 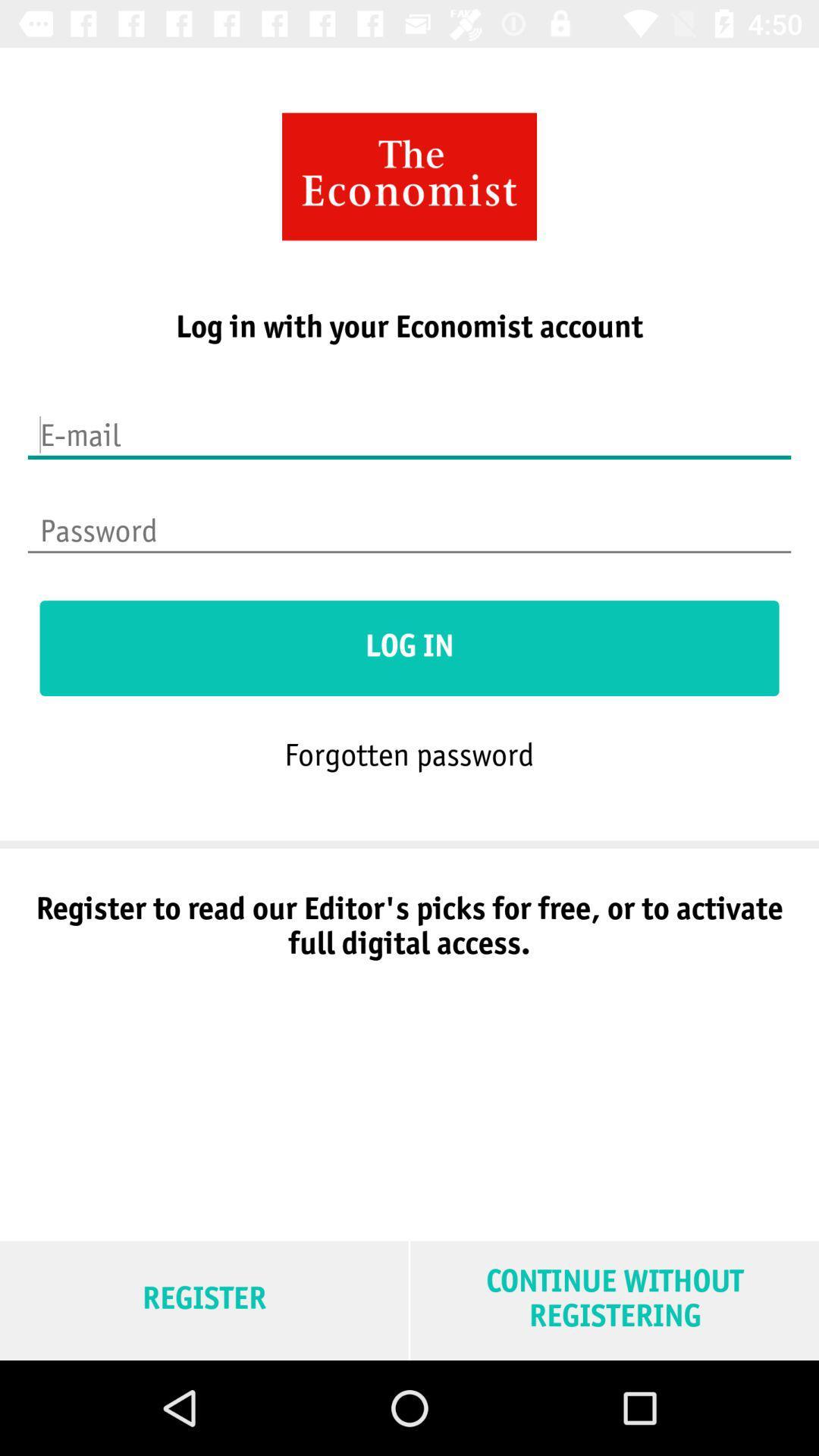 What do you see at coordinates (408, 754) in the screenshot?
I see `icon below the log in` at bounding box center [408, 754].